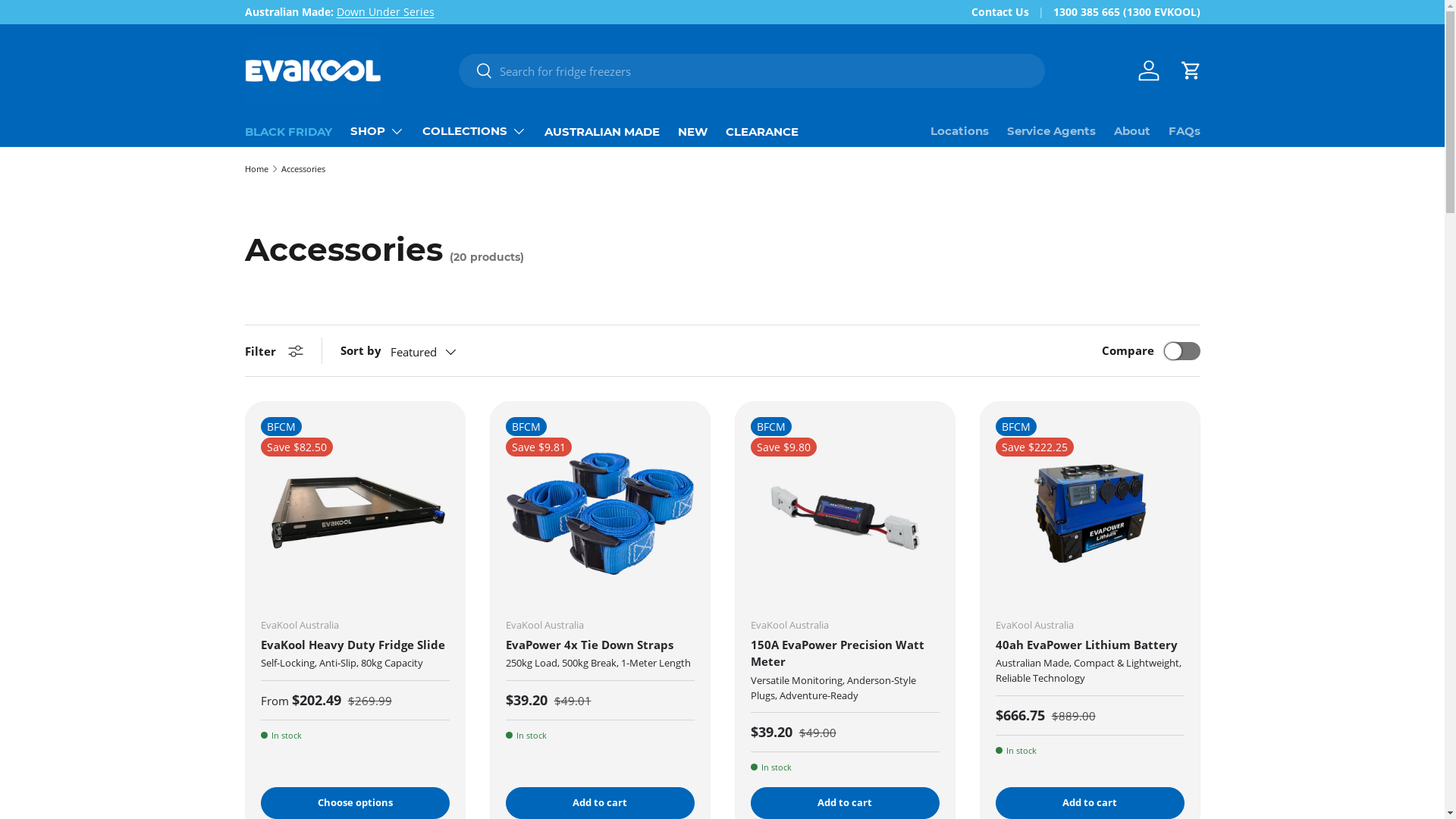 The image size is (1456, 819). I want to click on 'Skip to content', so click(67, 20).